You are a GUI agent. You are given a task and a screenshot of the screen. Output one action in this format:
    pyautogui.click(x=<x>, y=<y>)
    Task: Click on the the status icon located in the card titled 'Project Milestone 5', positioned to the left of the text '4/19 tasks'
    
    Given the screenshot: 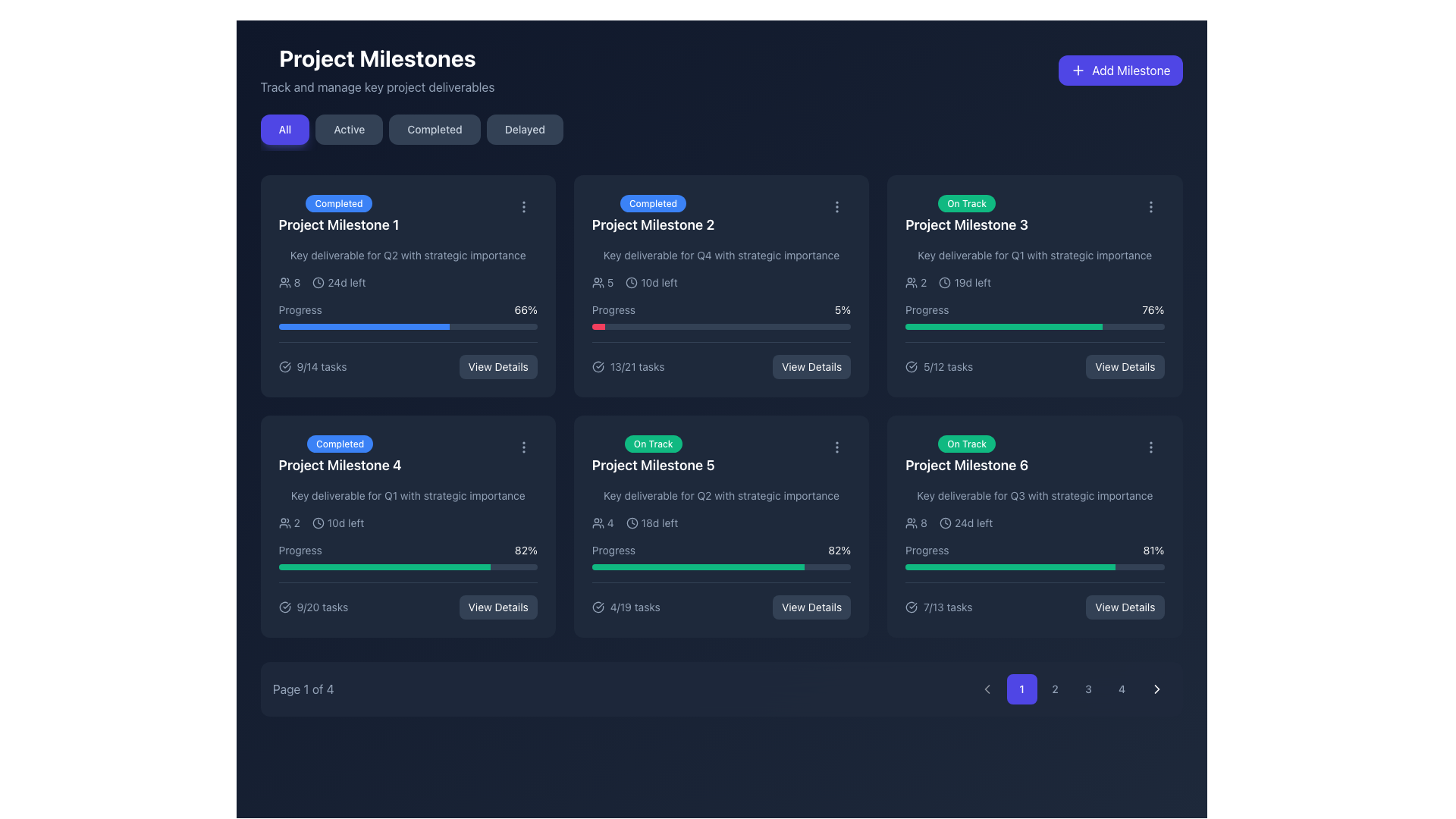 What is the action you would take?
    pyautogui.click(x=597, y=607)
    